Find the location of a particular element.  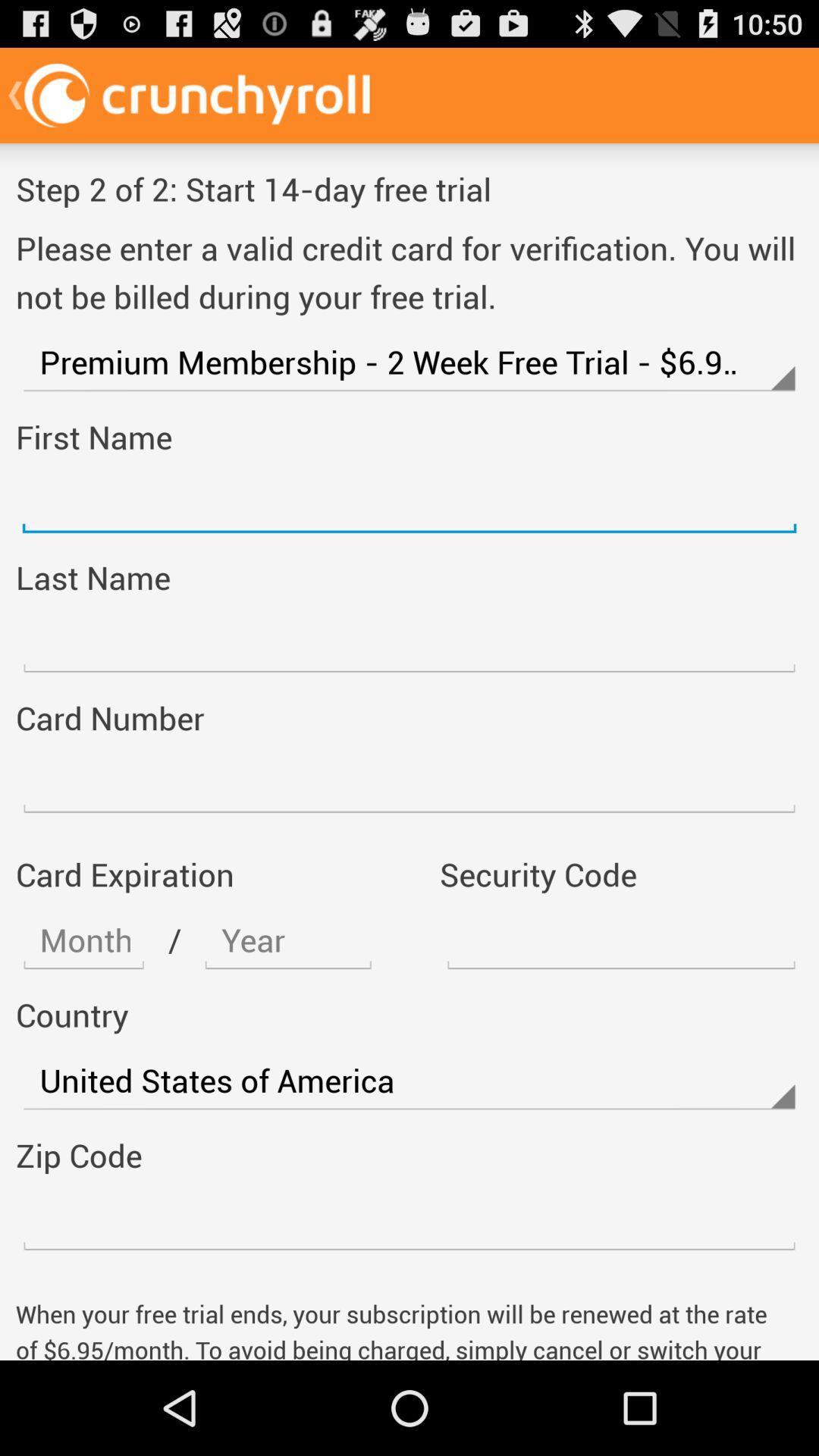

address page is located at coordinates (409, 1221).